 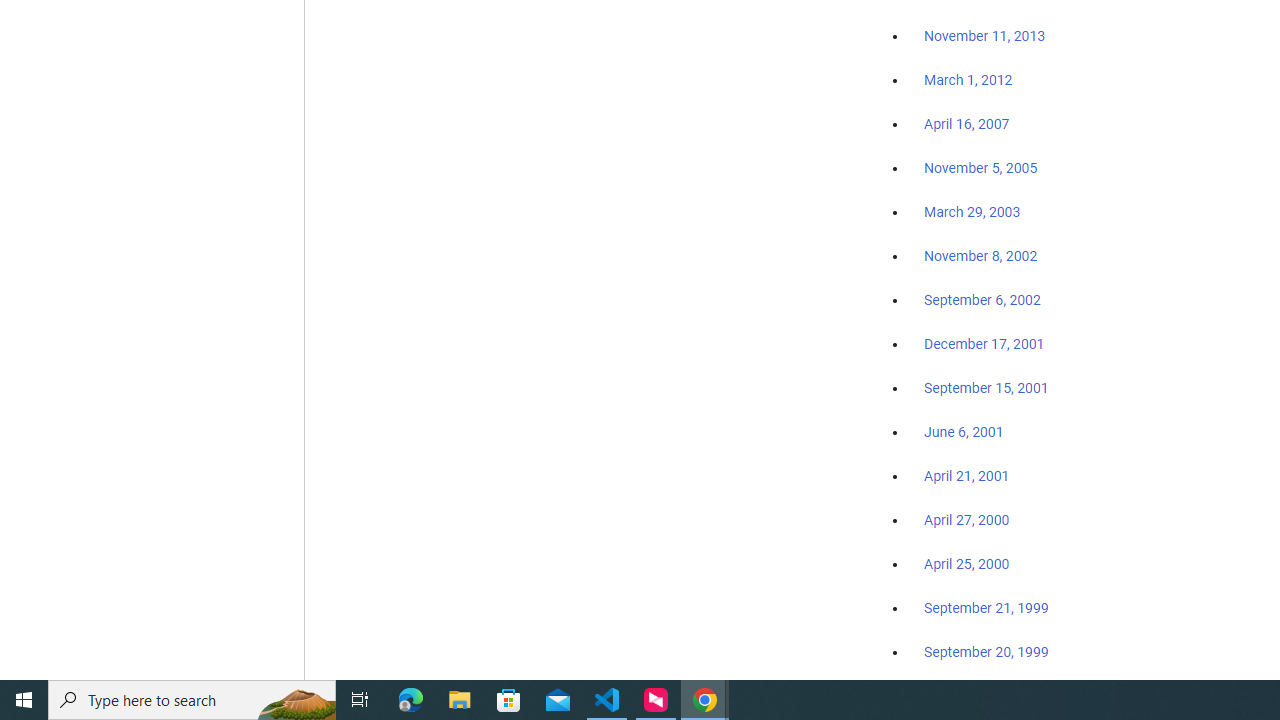 I want to click on 'September 20, 1999', so click(x=986, y=651).